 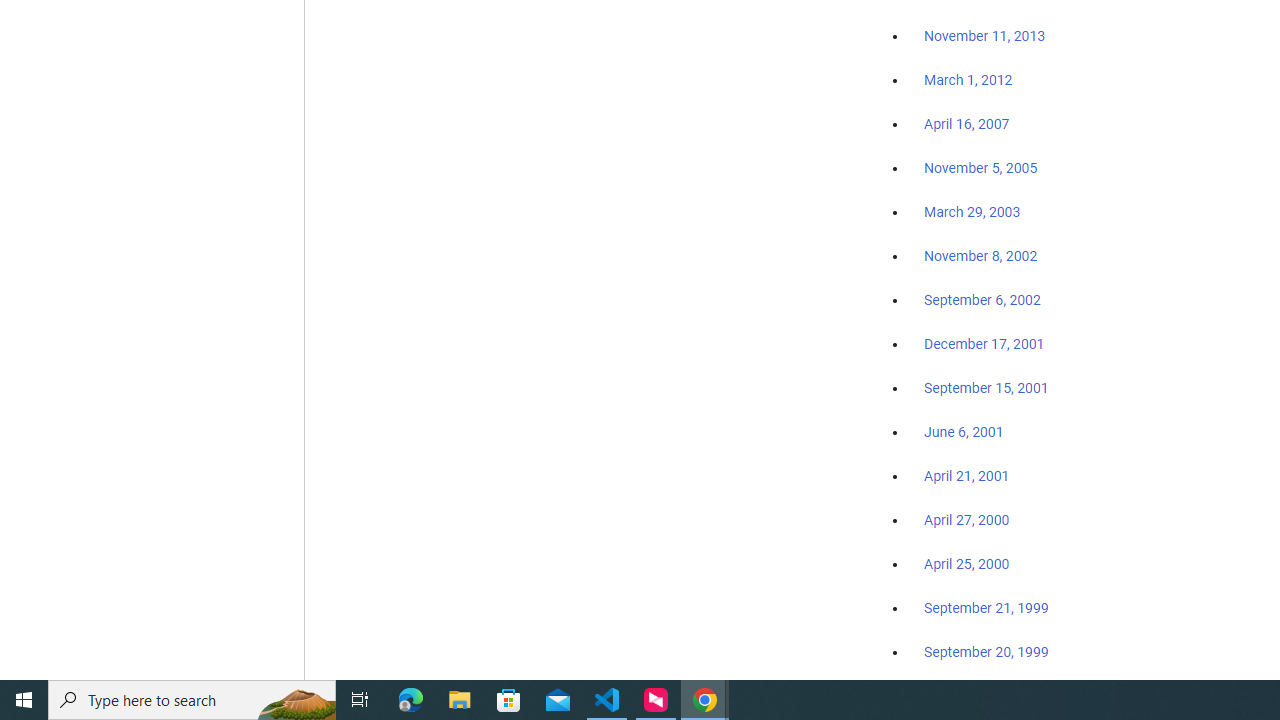 I want to click on 'September 20, 1999', so click(x=986, y=651).